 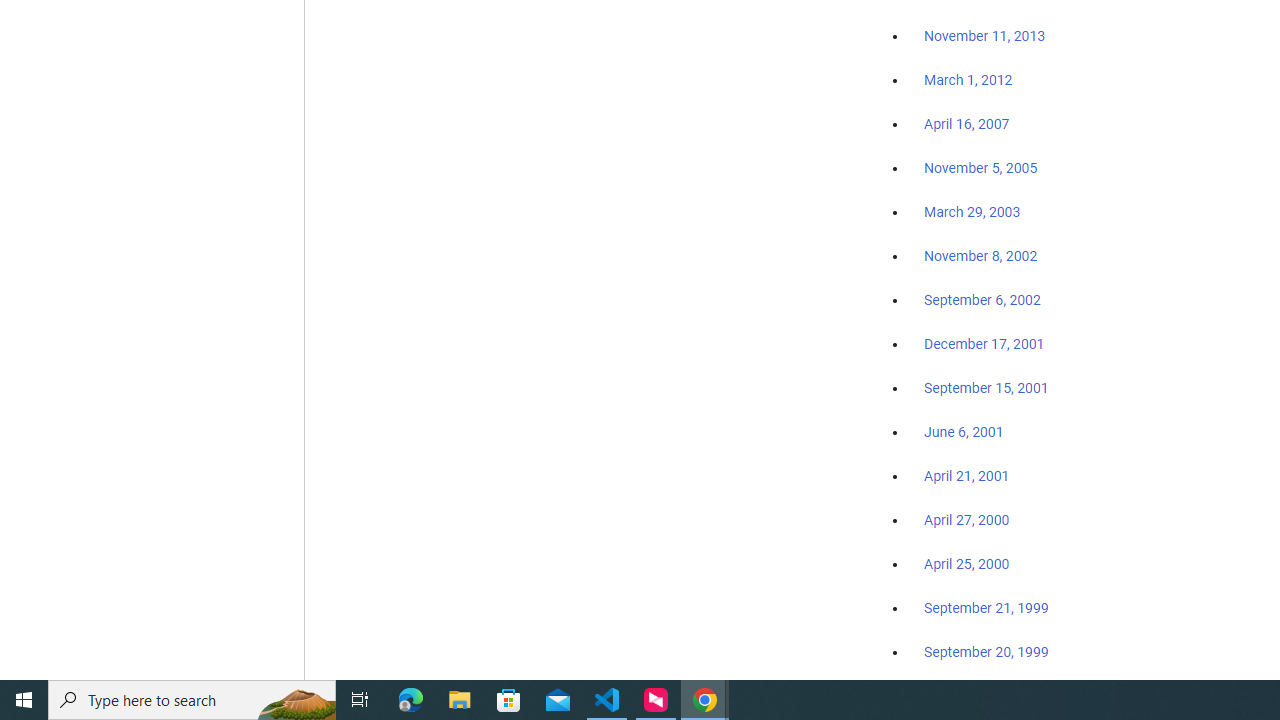 I want to click on 'September 20, 1999', so click(x=986, y=651).